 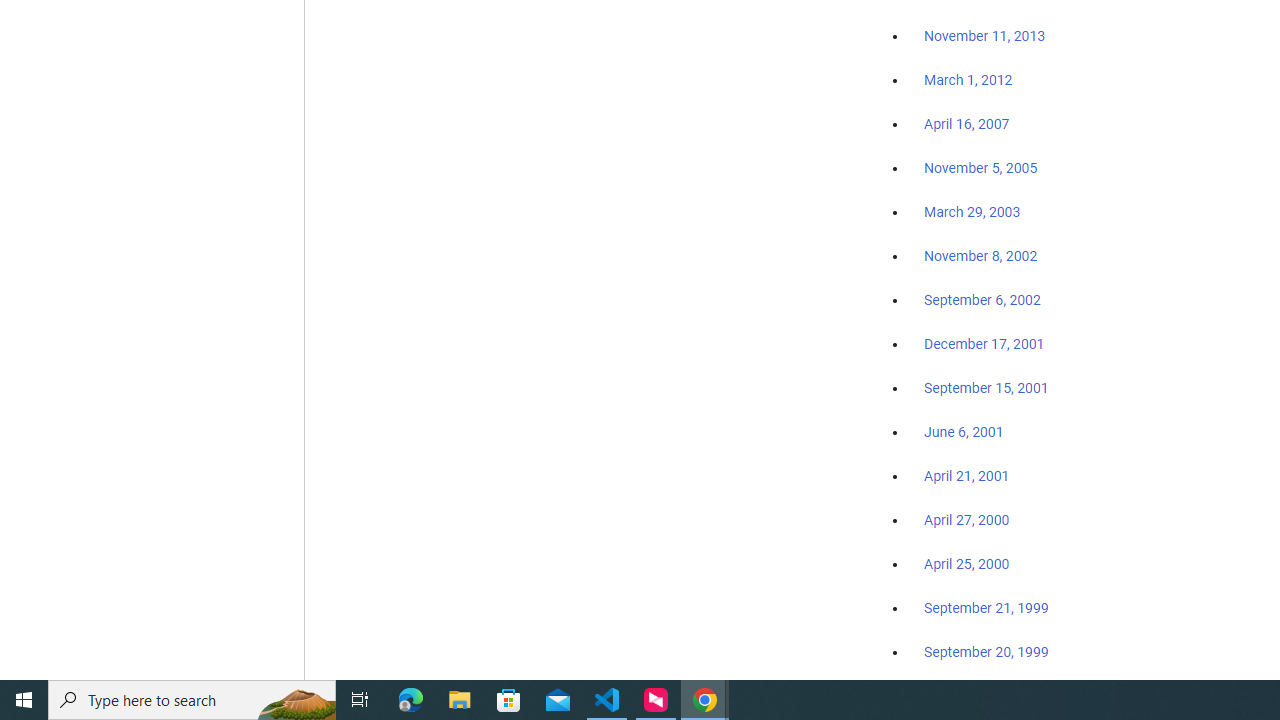 I want to click on 'September 20, 1999', so click(x=986, y=651).